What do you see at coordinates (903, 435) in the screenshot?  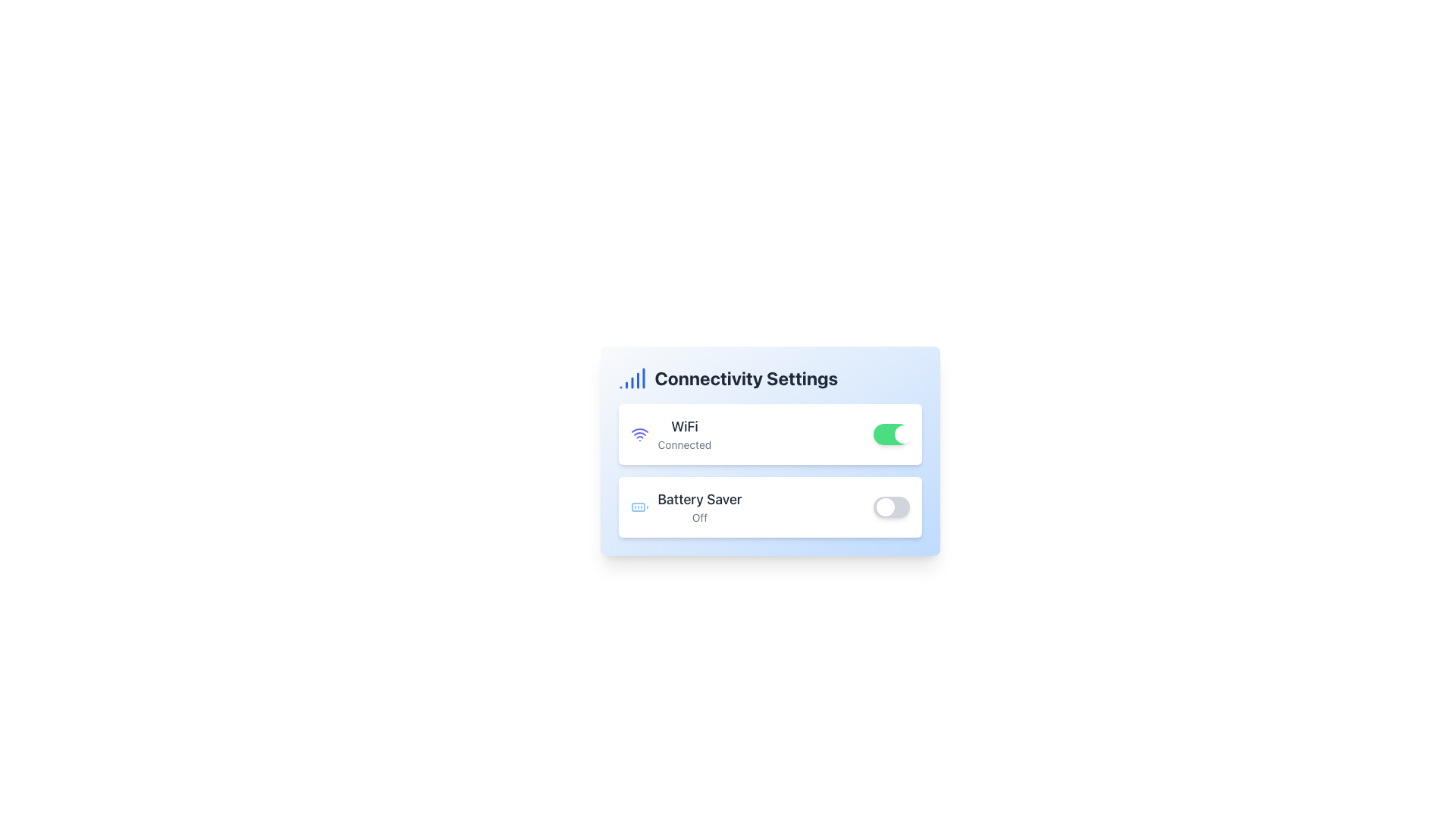 I see `the toggle handle located at the far right of the WiFi settings section in the Connectivity Settings panel` at bounding box center [903, 435].